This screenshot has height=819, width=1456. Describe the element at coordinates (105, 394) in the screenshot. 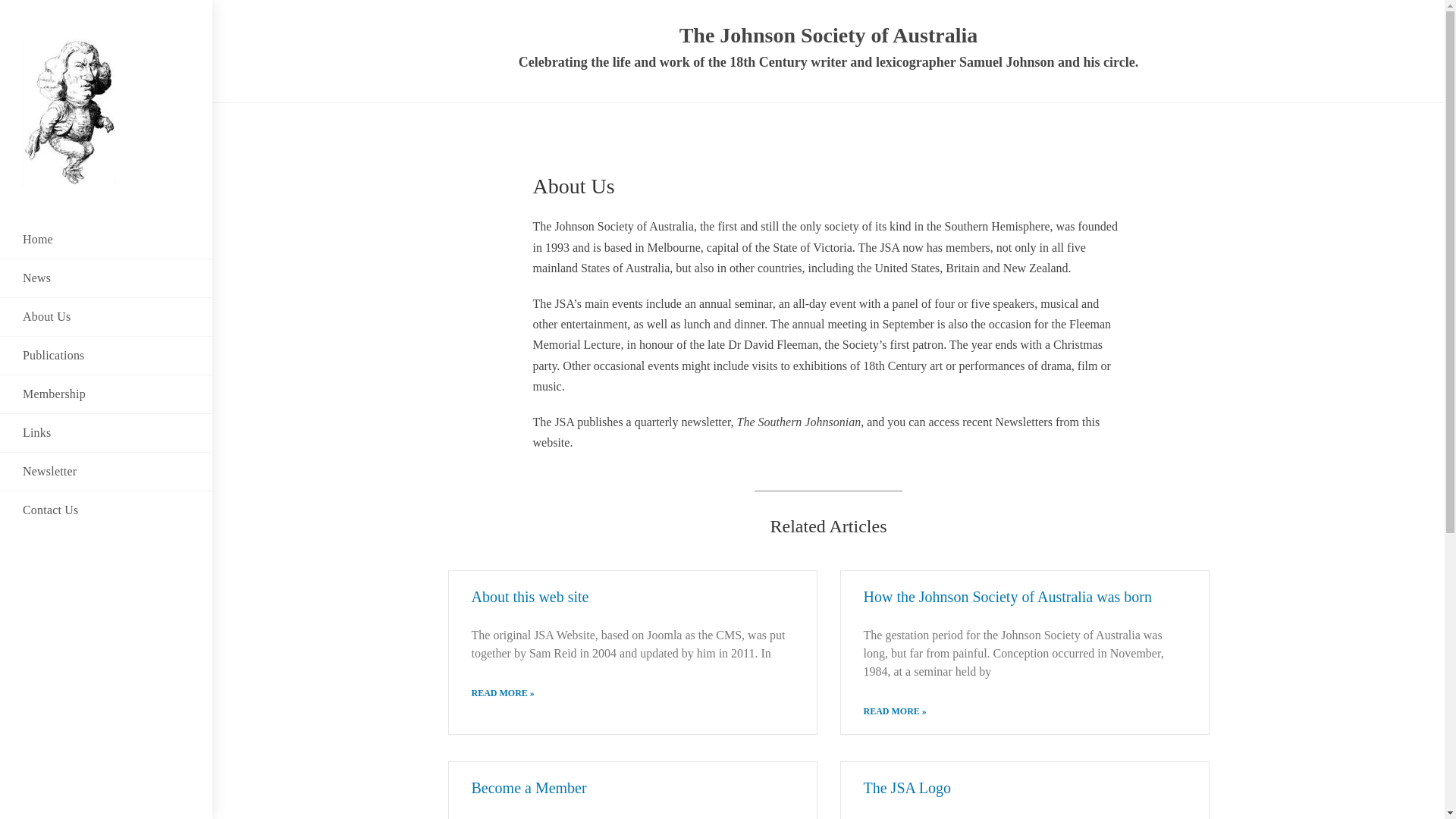

I see `'Membership'` at that location.